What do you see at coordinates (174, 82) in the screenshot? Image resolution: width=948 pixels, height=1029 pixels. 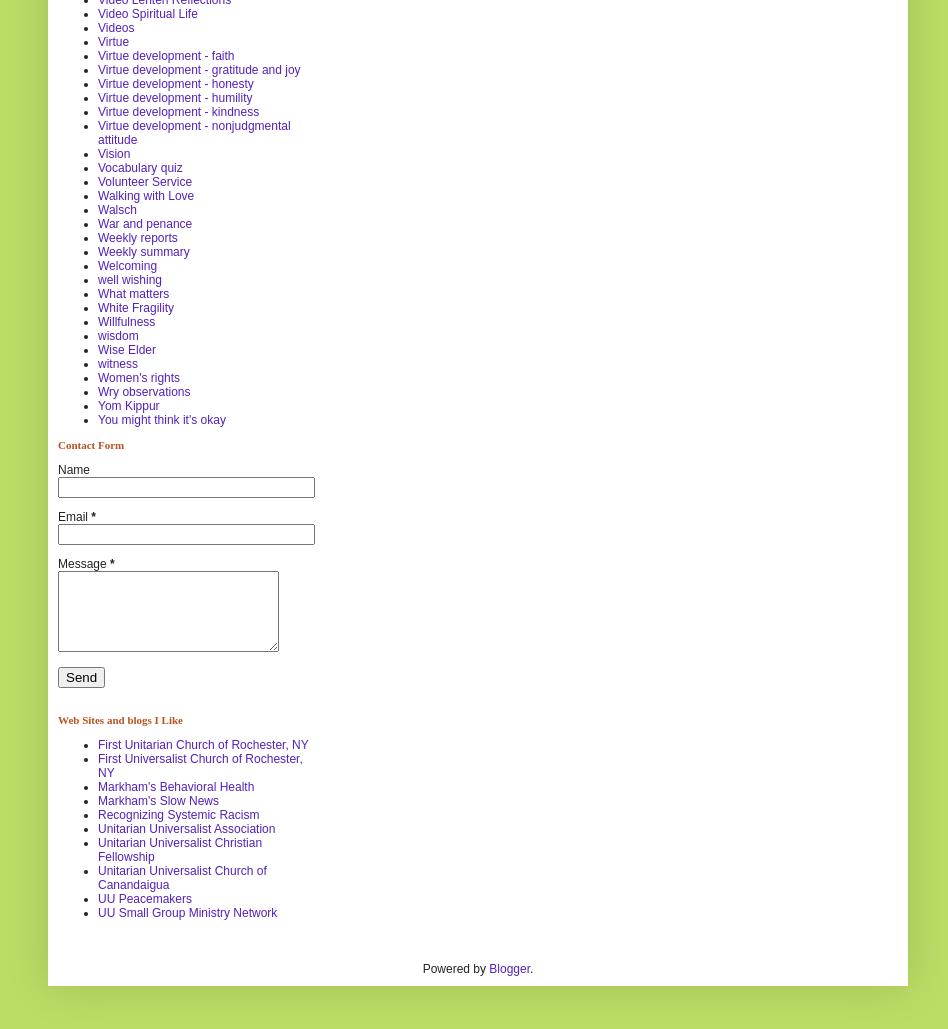 I see `'Virtue development - honesty'` at bounding box center [174, 82].